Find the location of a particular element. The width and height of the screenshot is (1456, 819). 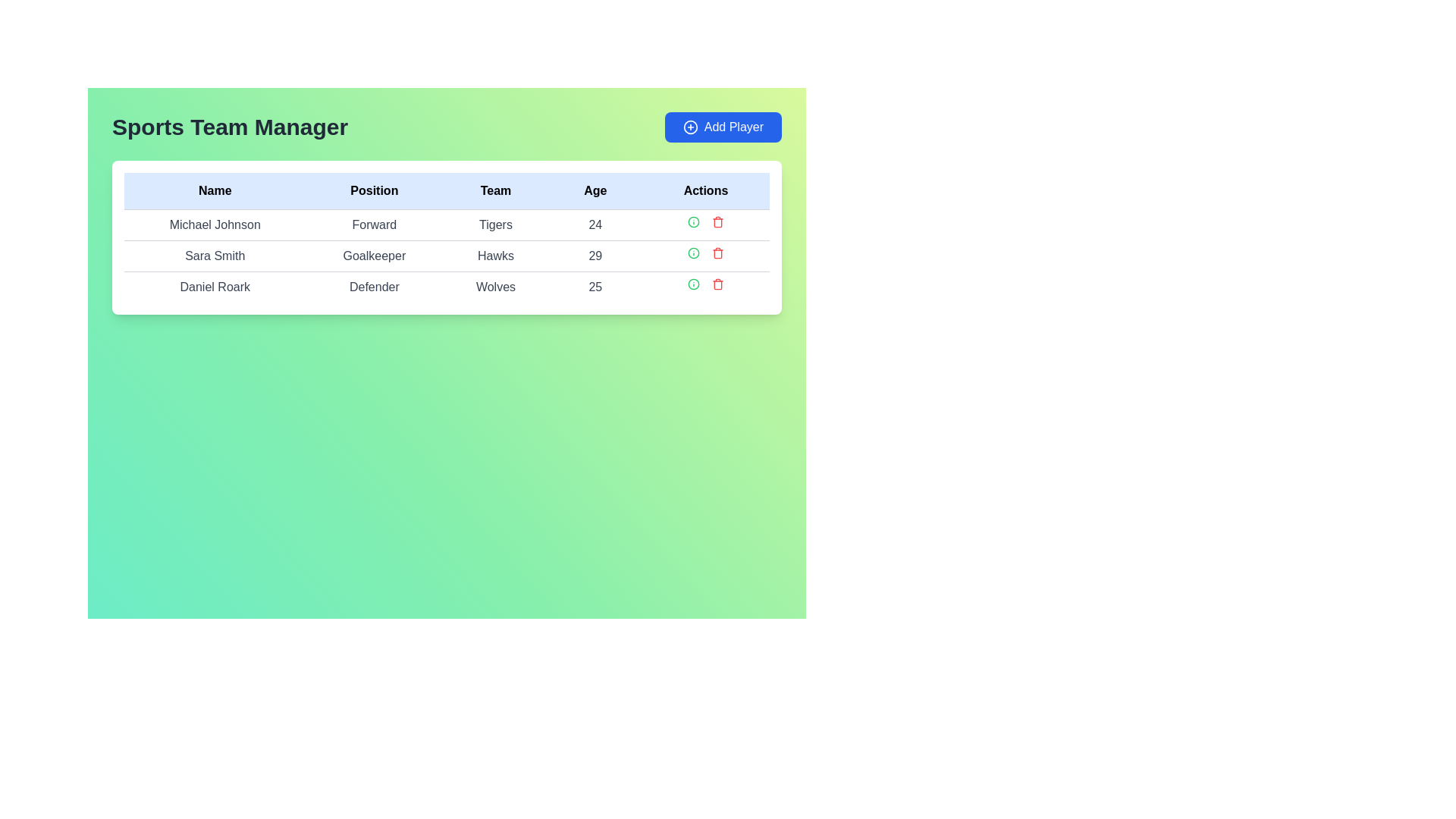

the delete button icon located in the 'Actions' column of the second row in the tabular layout is located at coordinates (717, 253).